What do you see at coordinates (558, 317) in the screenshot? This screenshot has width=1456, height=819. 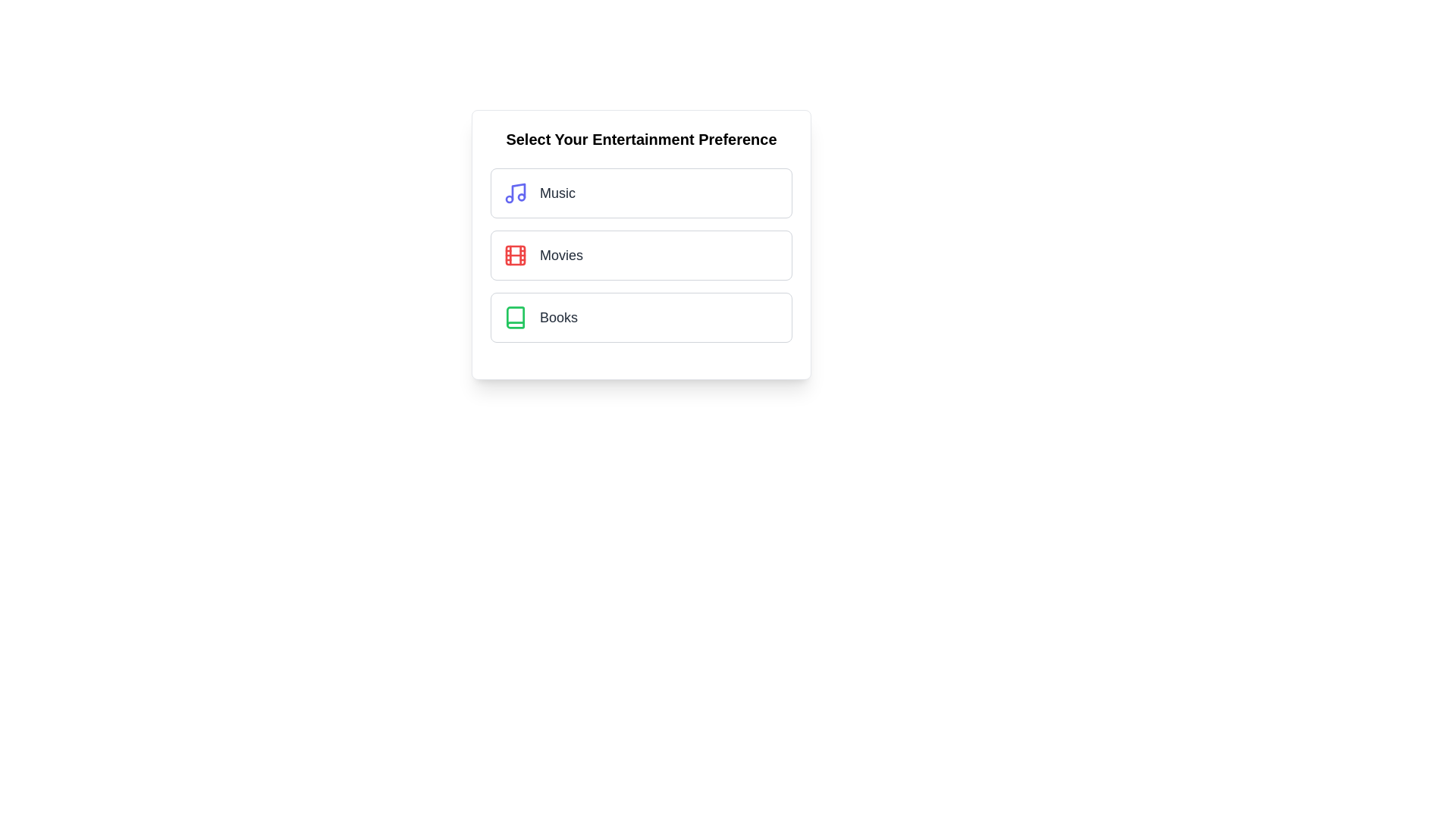 I see `the text label for the 'Books' option in the vertical selection menu, which helps users identify this specific item` at bounding box center [558, 317].